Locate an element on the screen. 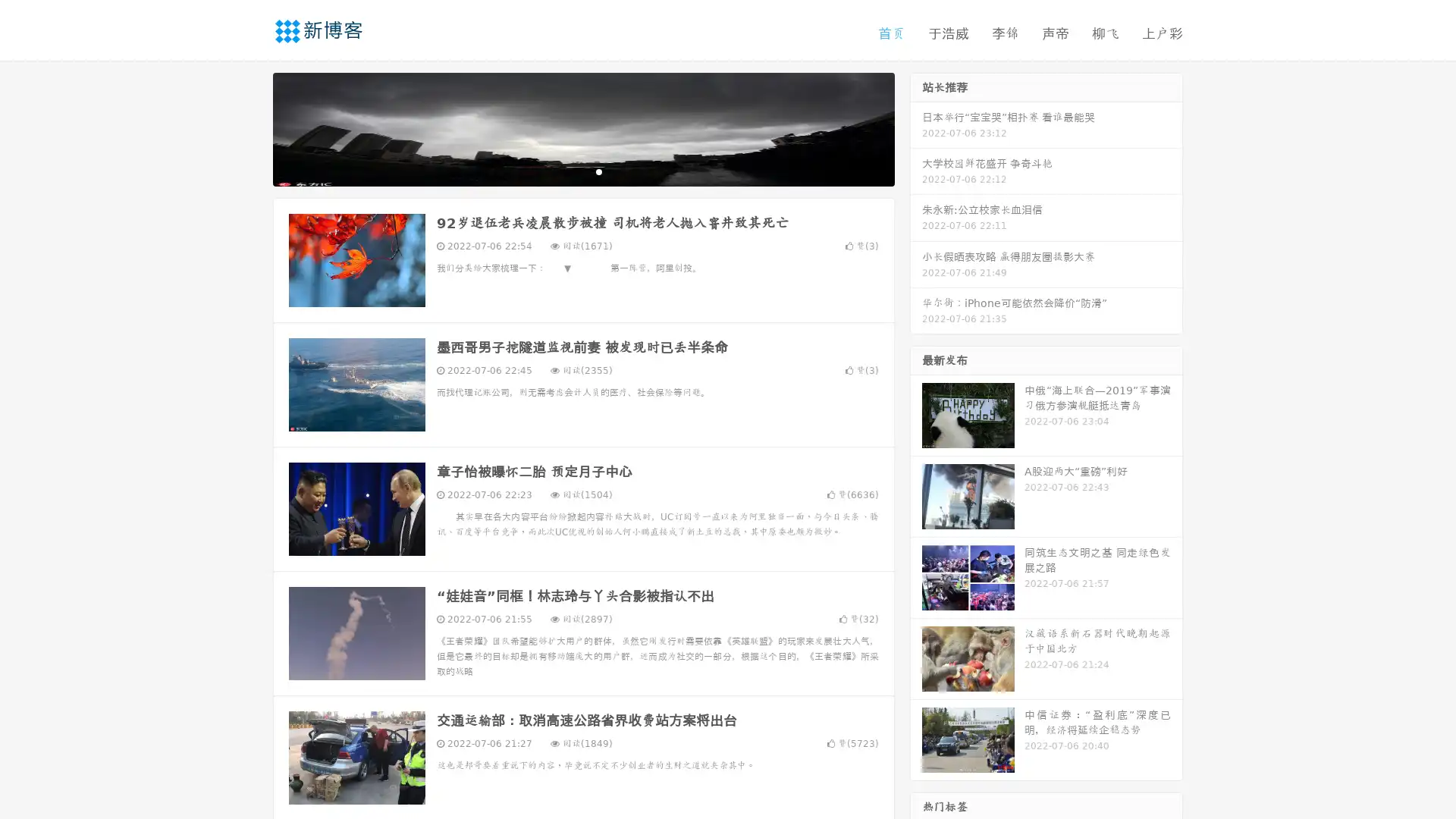 Image resolution: width=1456 pixels, height=819 pixels. Go to slide 2 is located at coordinates (582, 171).